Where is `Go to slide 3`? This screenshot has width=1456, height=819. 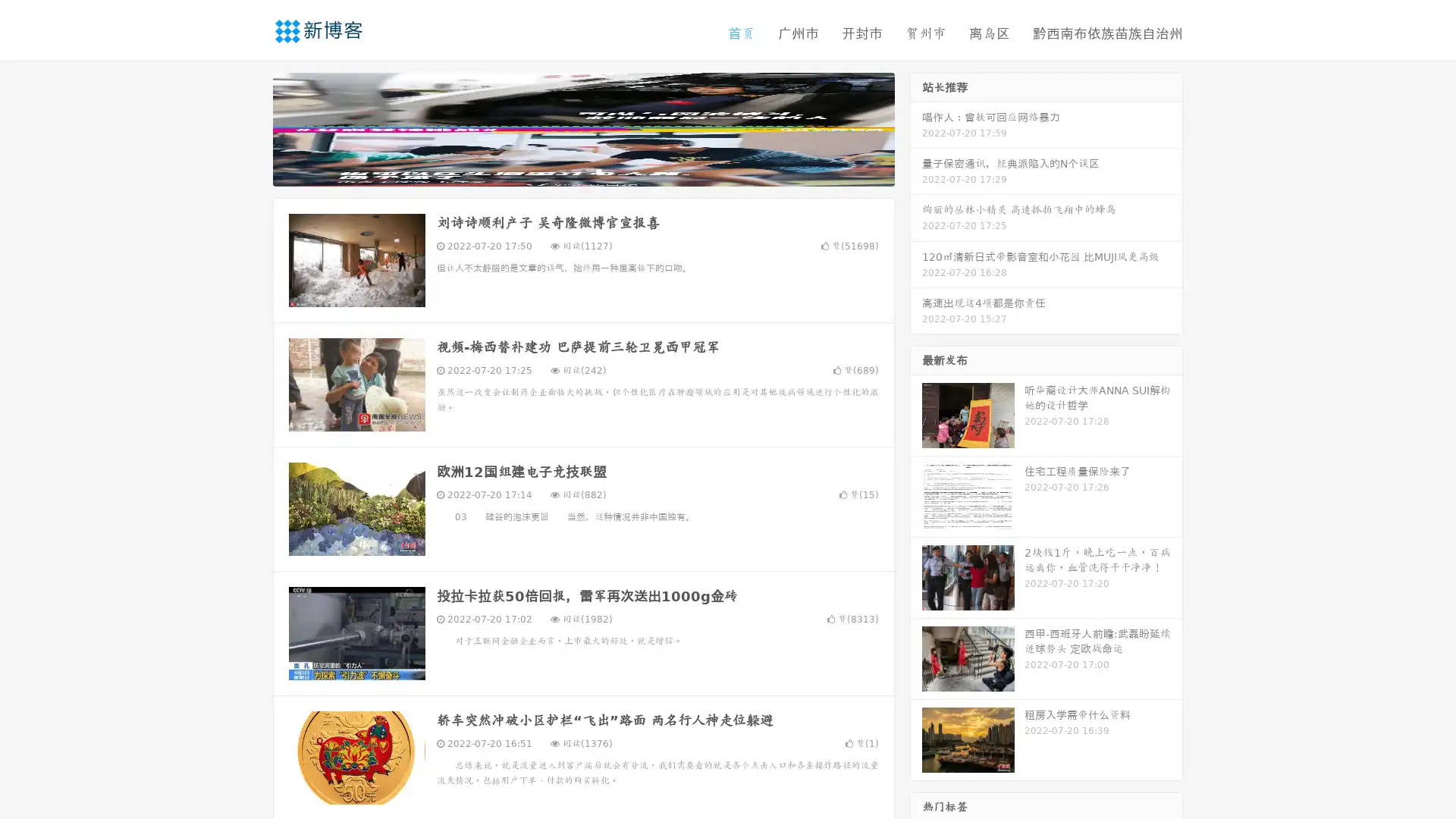 Go to slide 3 is located at coordinates (598, 171).